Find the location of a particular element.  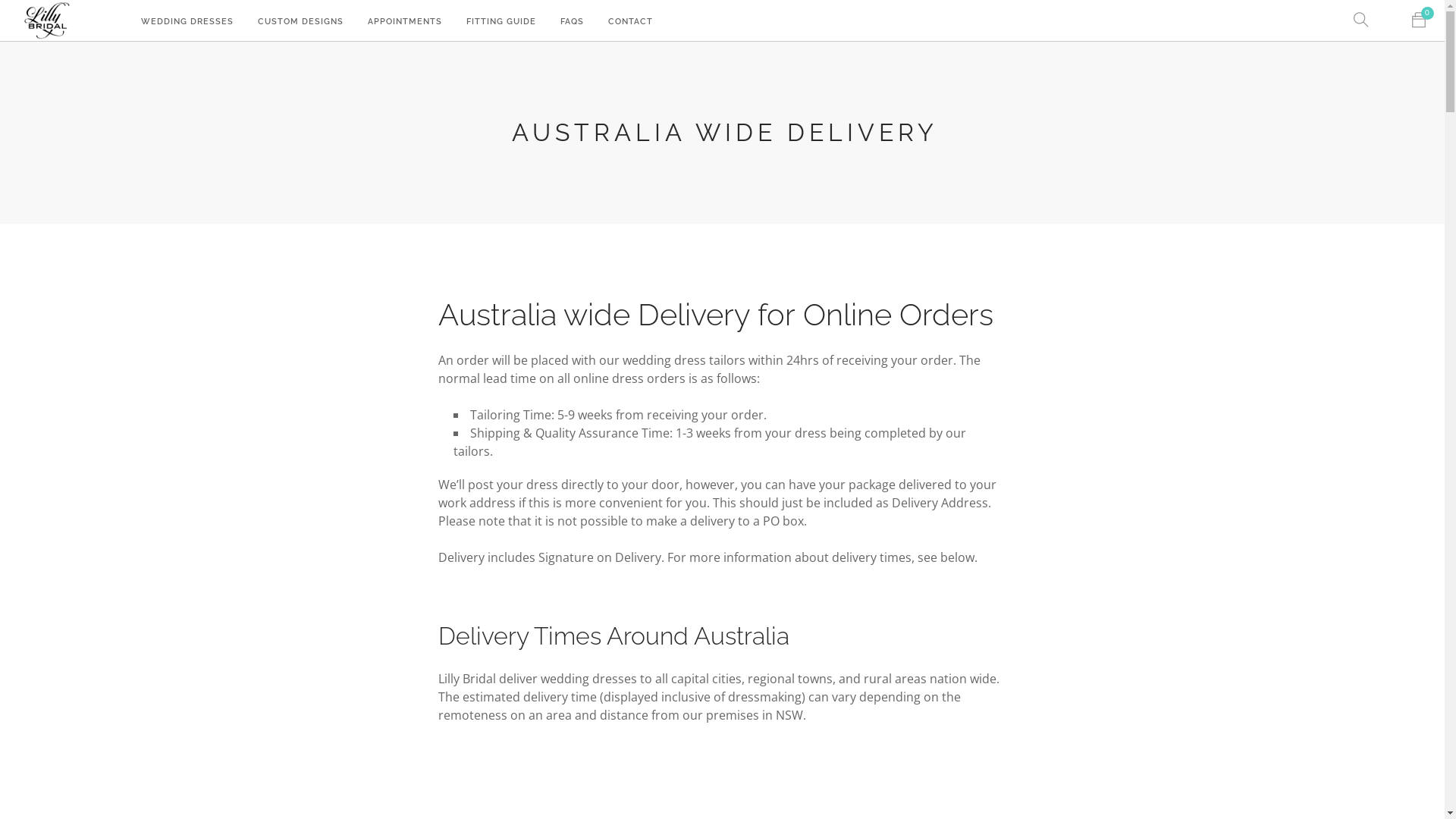

'APPOINTMENTS' is located at coordinates (404, 22).